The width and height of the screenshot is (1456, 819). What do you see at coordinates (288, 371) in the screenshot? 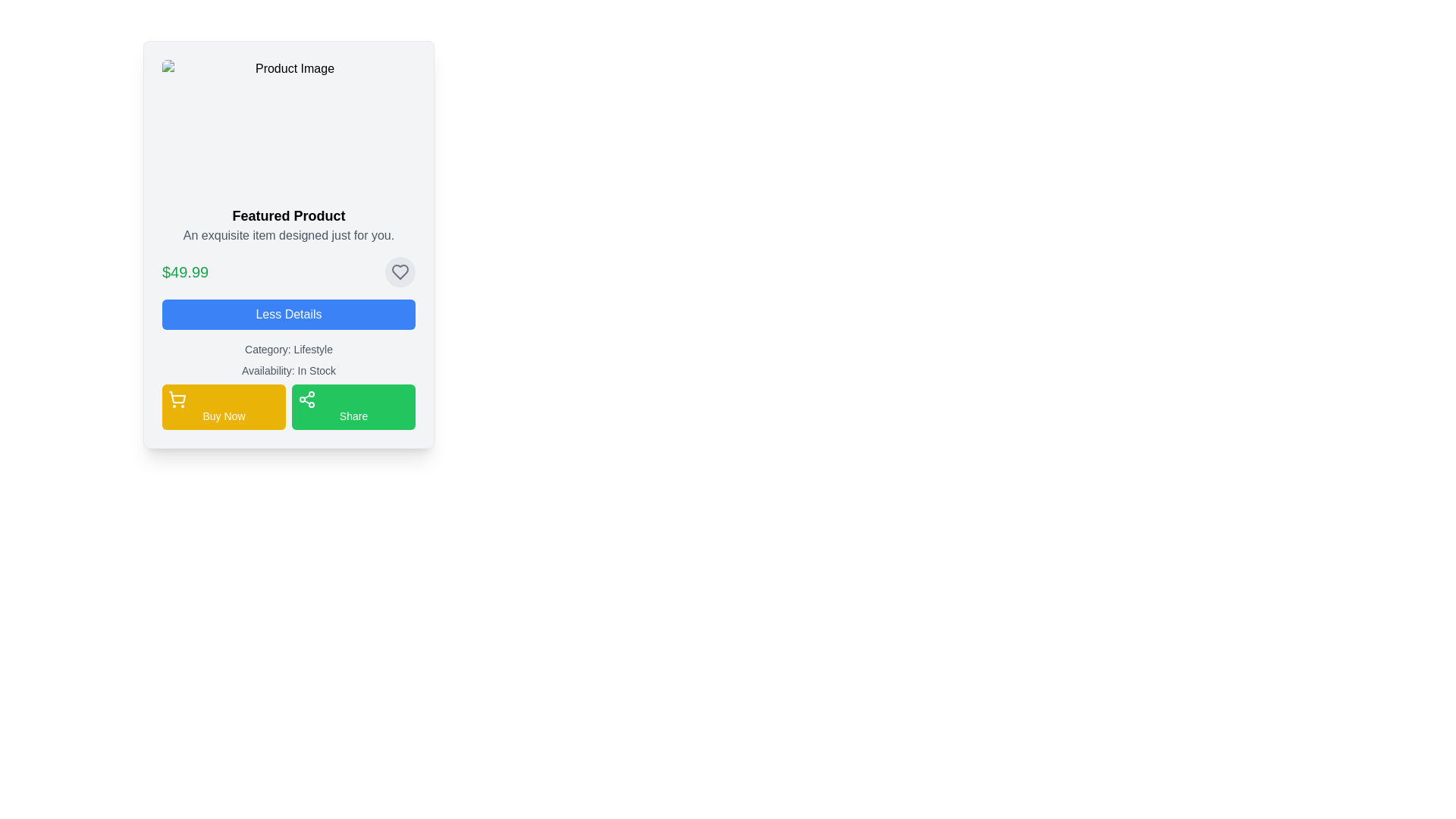
I see `the text label stating 'Availability: In Stock', which is displayed in gray and positioned between the 'Category: Lifestyle' label and the button group` at bounding box center [288, 371].